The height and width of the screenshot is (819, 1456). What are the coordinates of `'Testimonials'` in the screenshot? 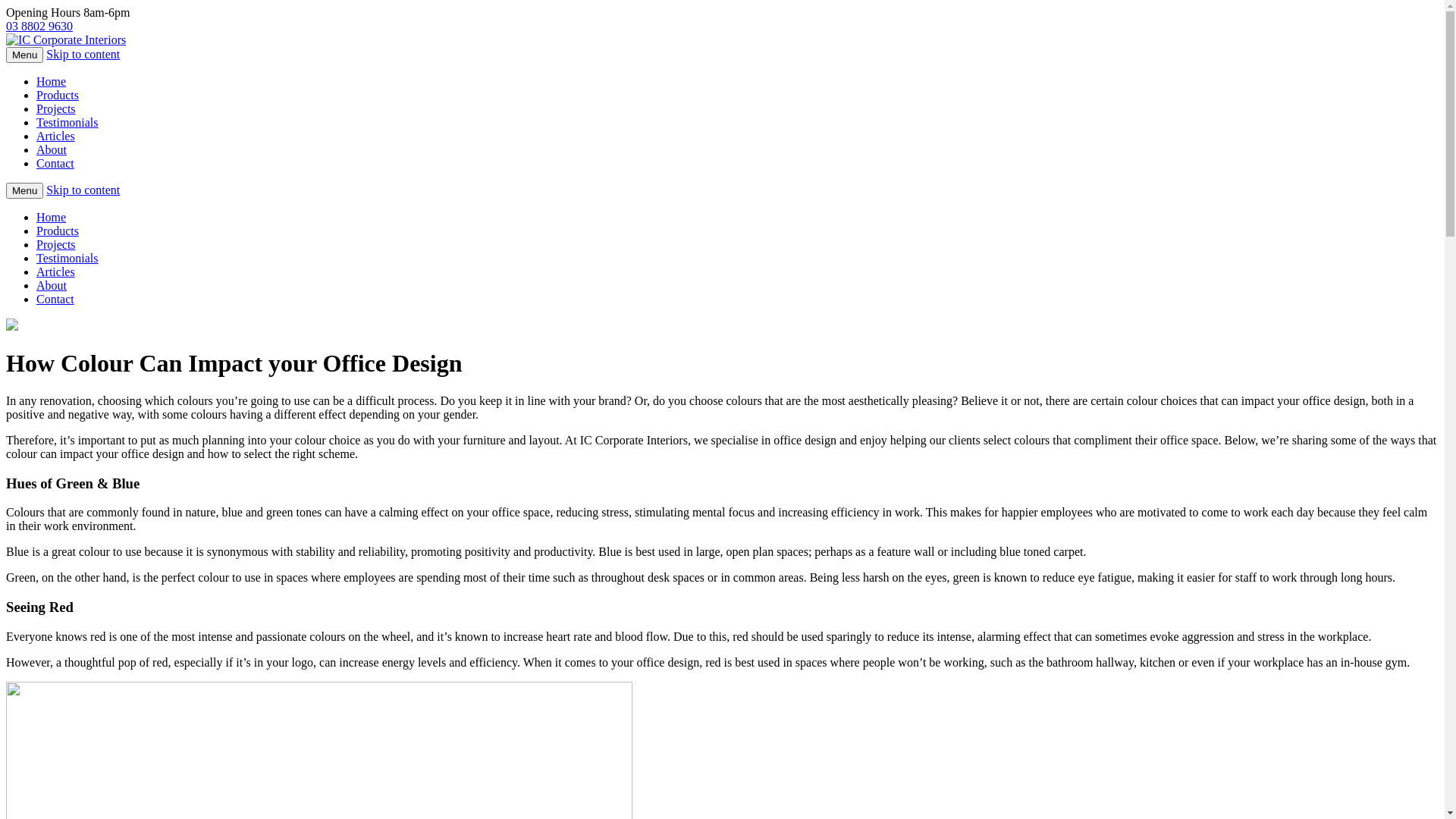 It's located at (67, 121).